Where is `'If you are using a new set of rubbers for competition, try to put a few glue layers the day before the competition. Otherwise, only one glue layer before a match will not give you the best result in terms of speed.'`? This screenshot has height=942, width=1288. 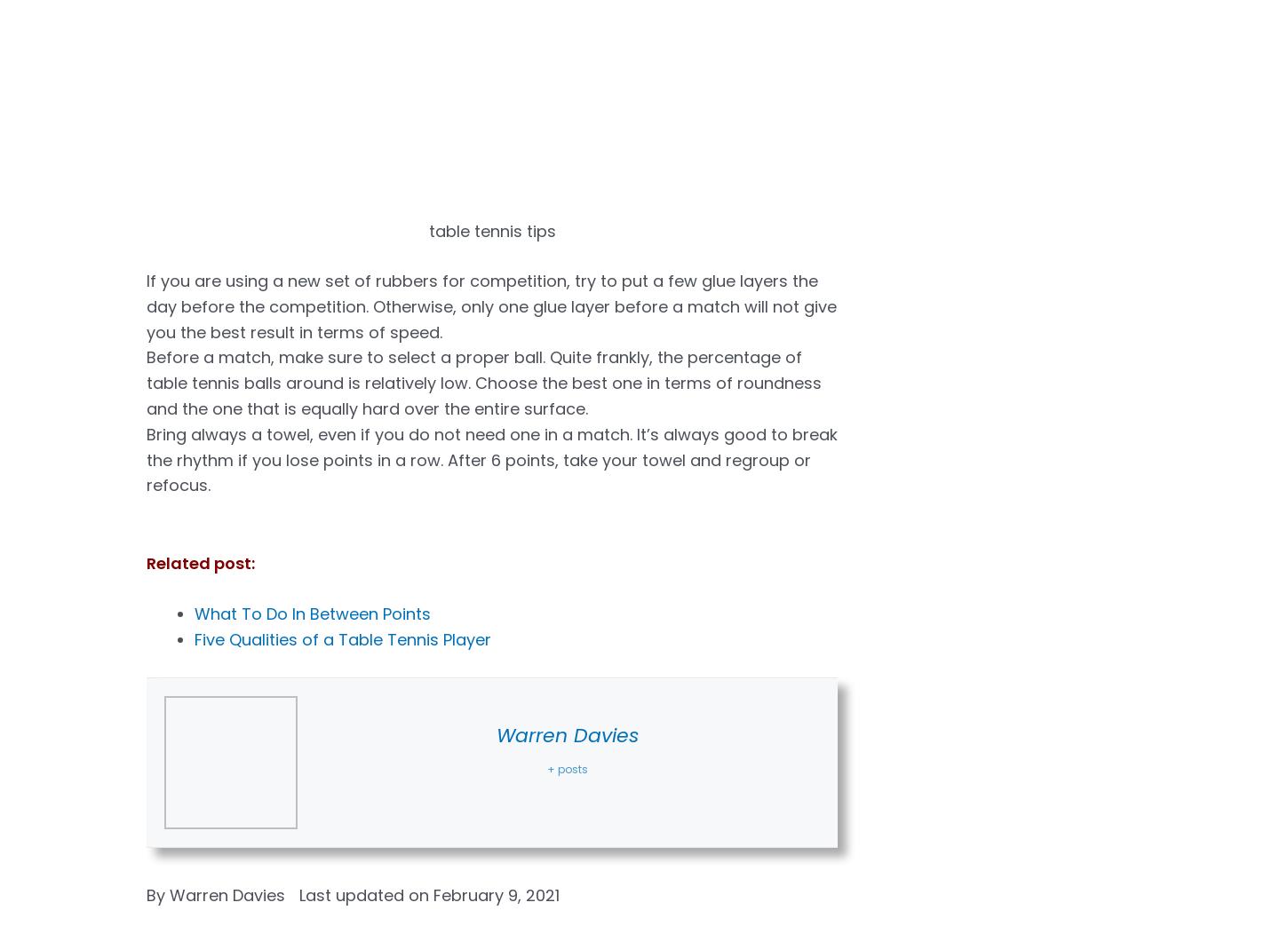
'If you are using a new set of rubbers for competition, try to put a few glue layers the day before the competition. Otherwise, only one glue layer before a match will not give you the best result in terms of speed.' is located at coordinates (491, 305).